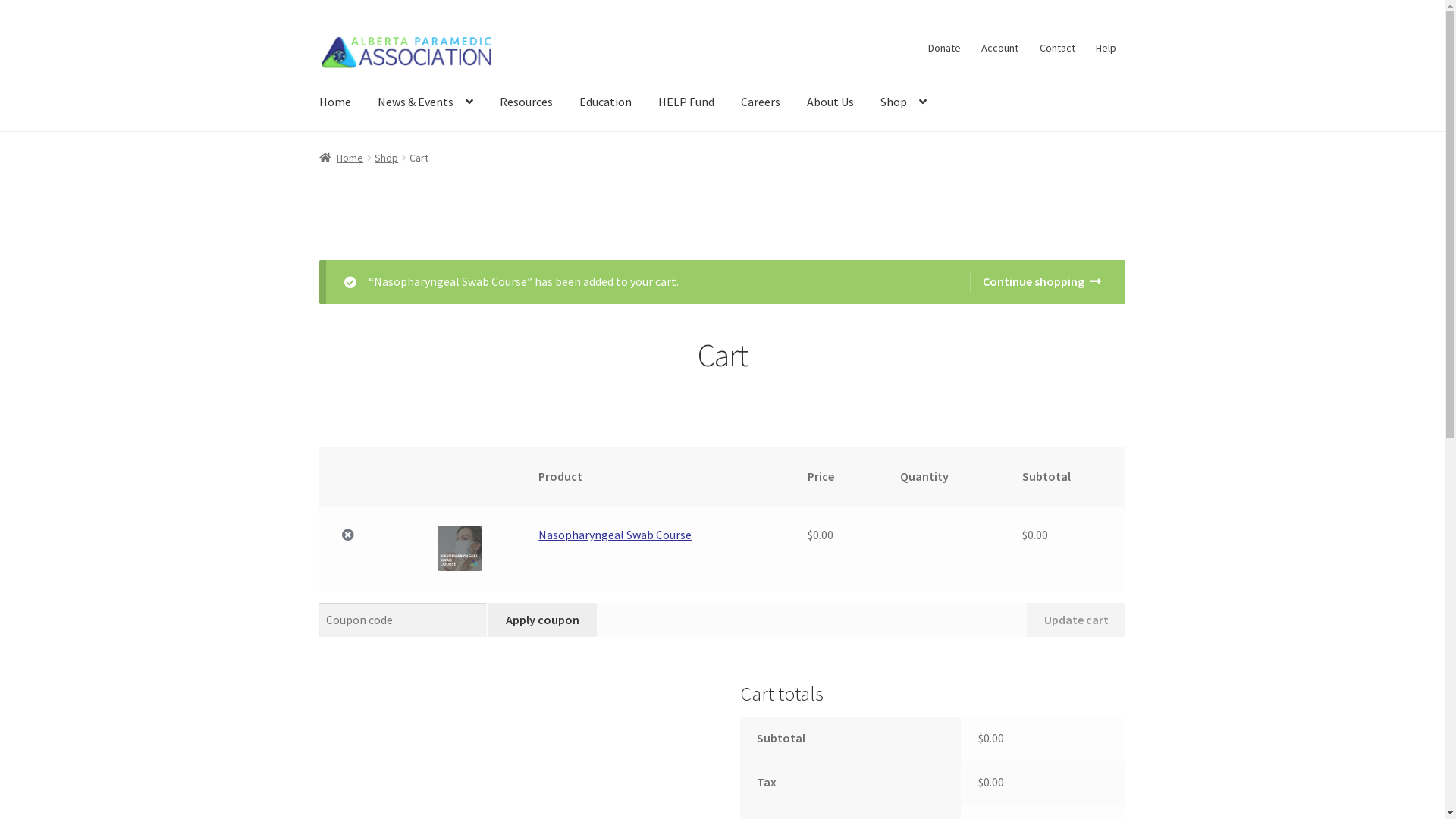  Describe the element at coordinates (686, 102) in the screenshot. I see `'HELP Fund'` at that location.